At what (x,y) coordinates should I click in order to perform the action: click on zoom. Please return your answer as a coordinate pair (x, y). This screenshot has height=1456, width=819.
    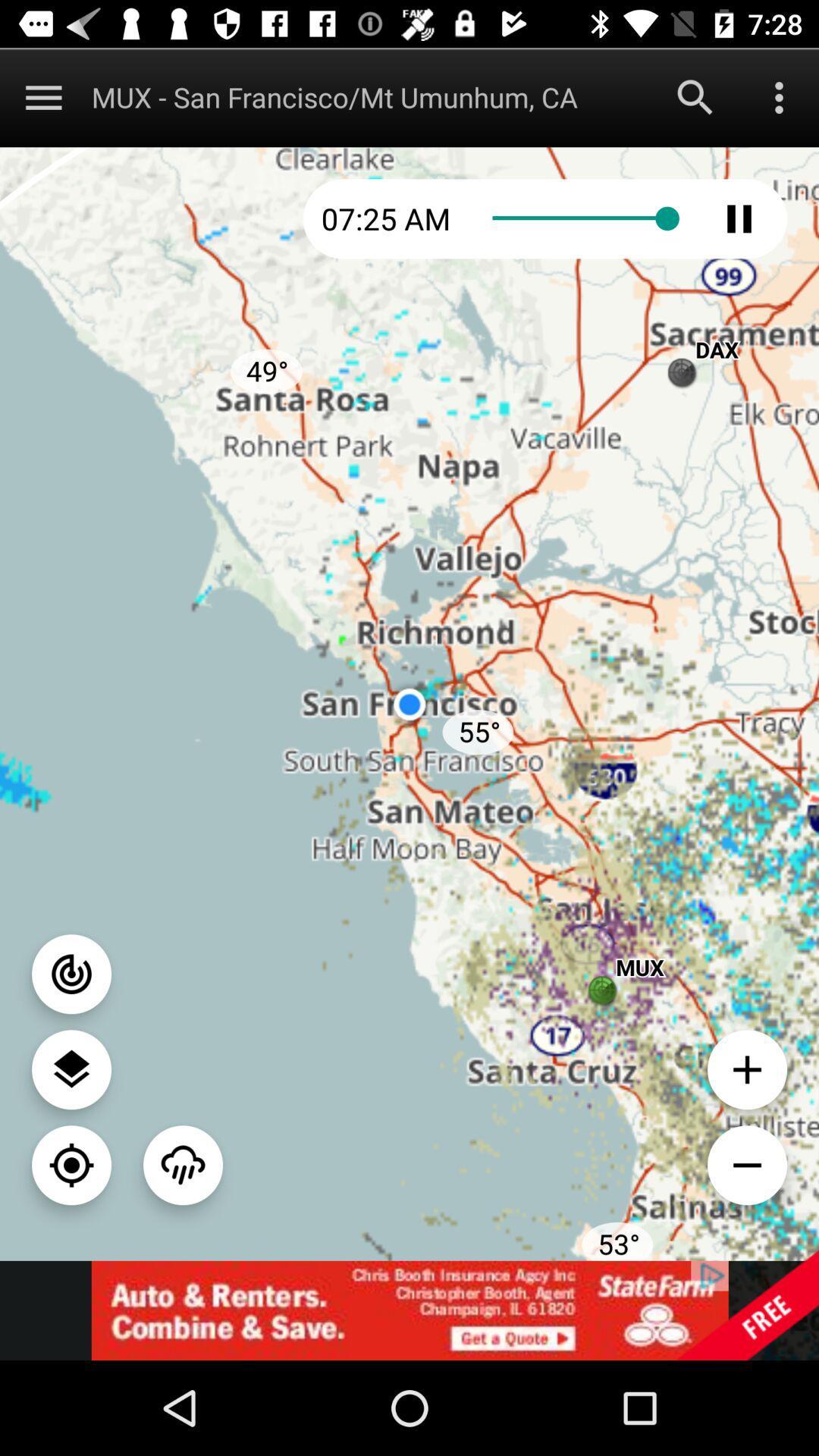
    Looking at the image, I should click on (746, 1164).